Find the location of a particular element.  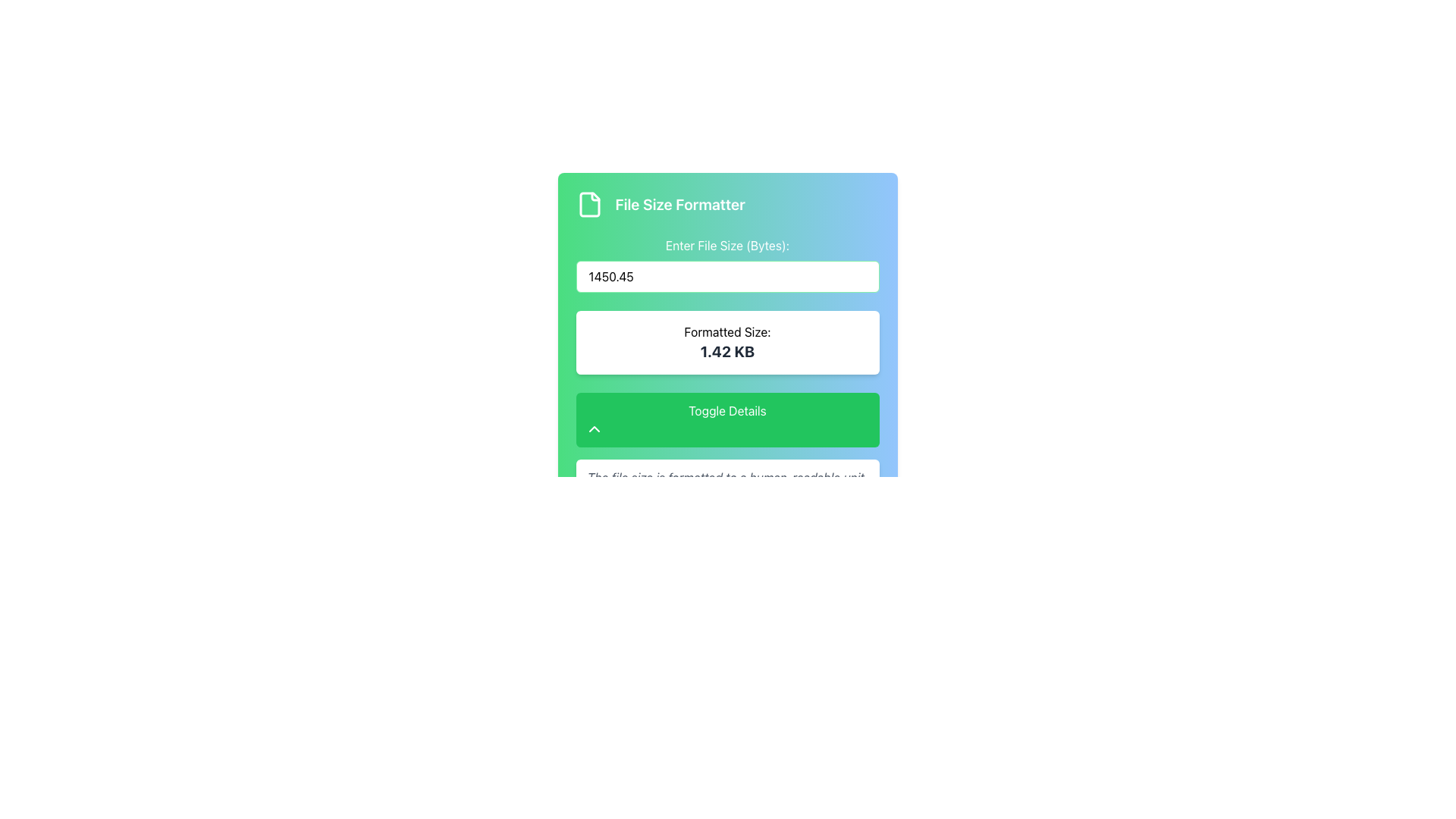

the title/header element that indicates the purpose of the form related to file size formatting is located at coordinates (726, 205).